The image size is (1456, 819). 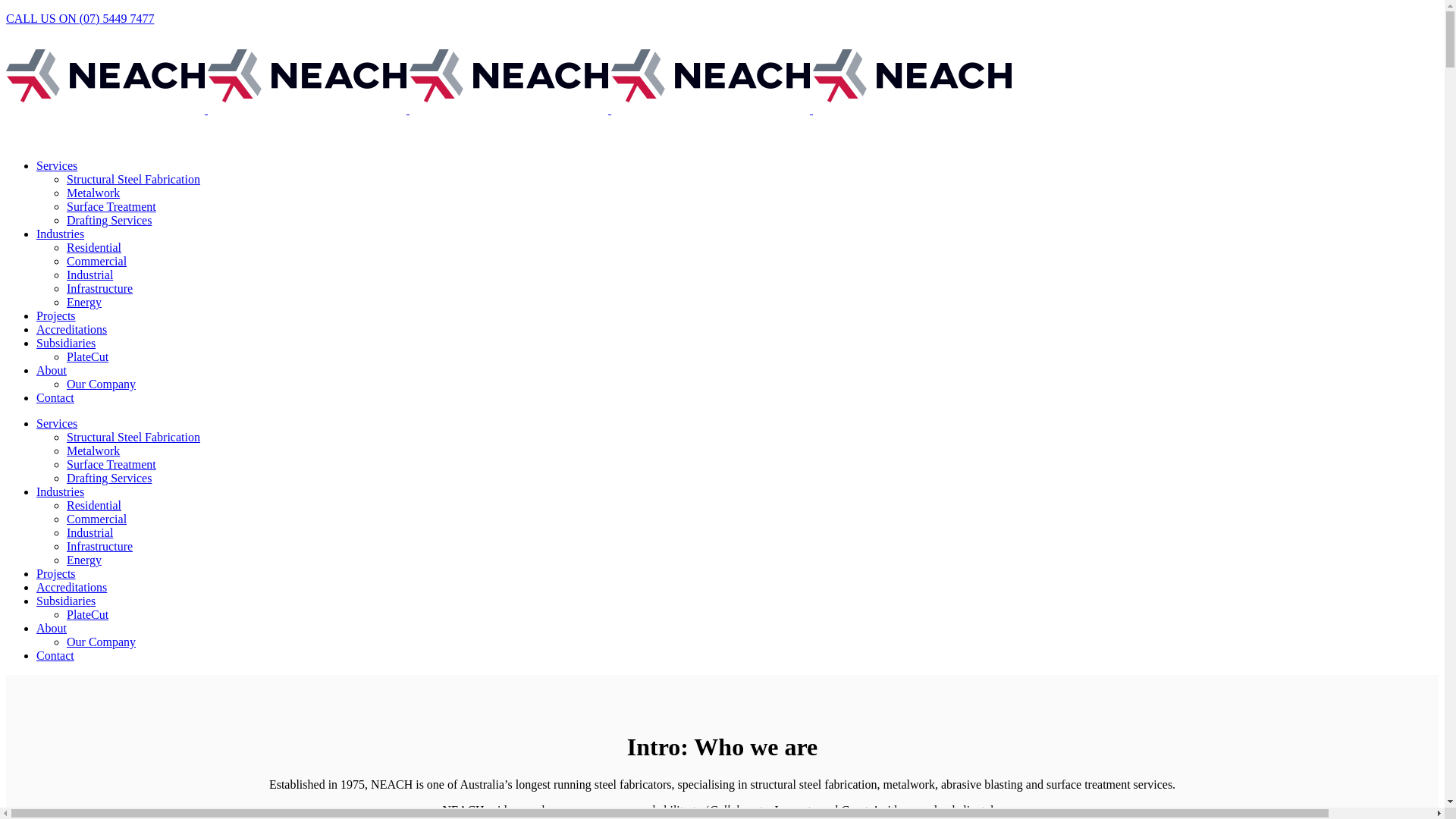 I want to click on 'Commercial', so click(x=96, y=518).